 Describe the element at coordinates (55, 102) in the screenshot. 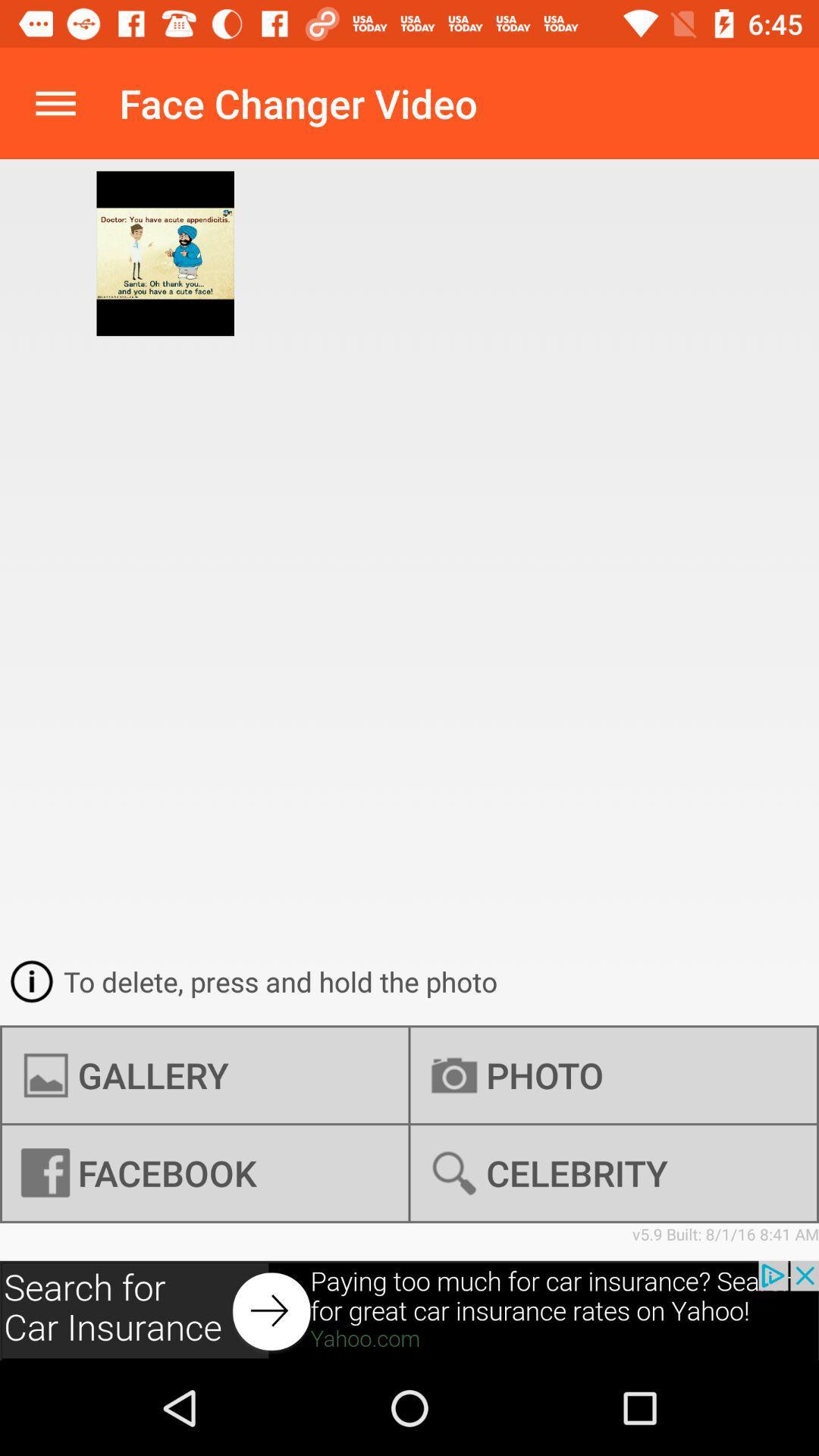

I see `options button` at that location.